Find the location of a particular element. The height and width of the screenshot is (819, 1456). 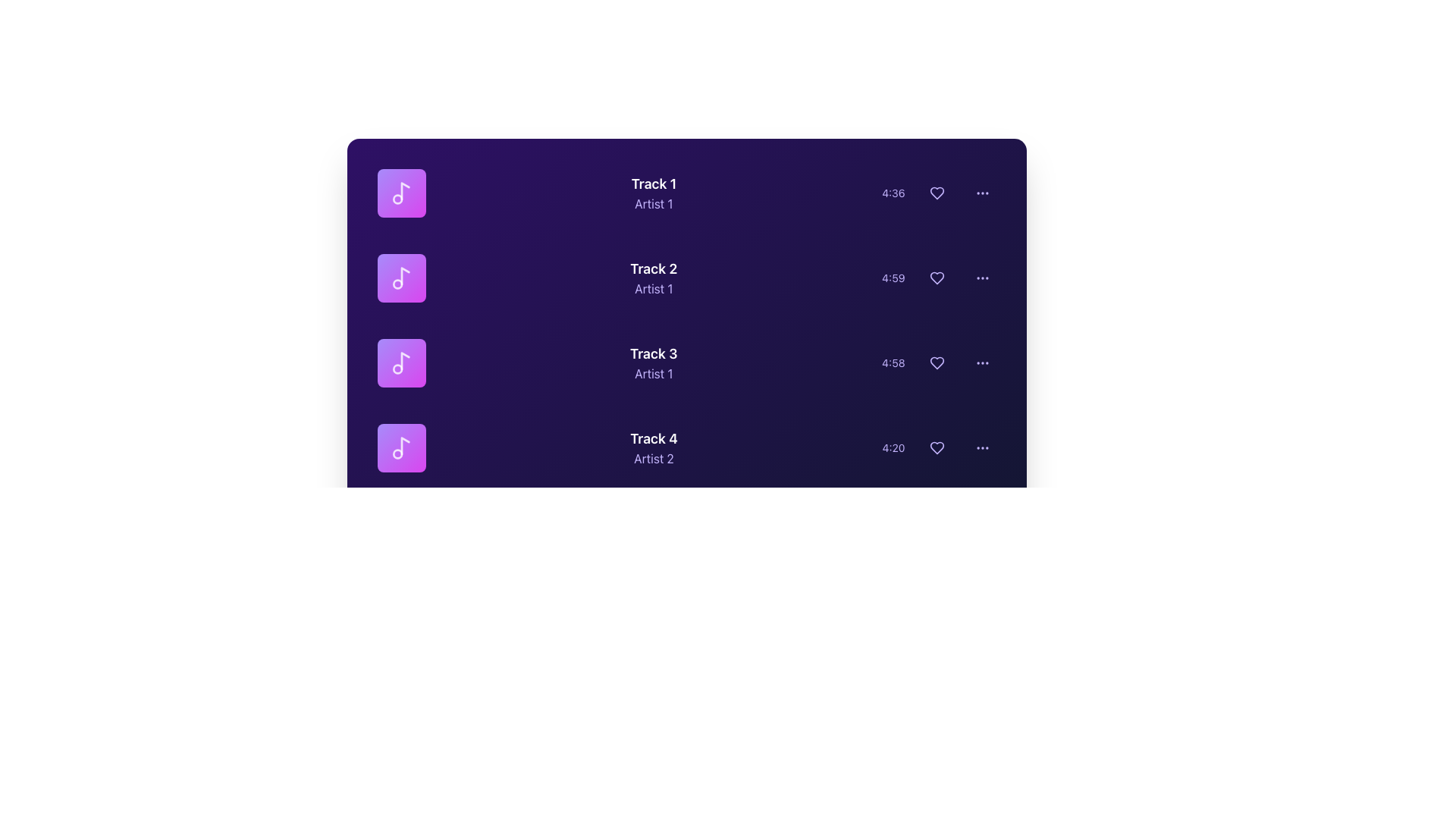

the musical note icon with a gradient purple background, located at the top of the vertical stack on the left side of the interface, associated with 'Track 1 Artist 1' is located at coordinates (401, 192).